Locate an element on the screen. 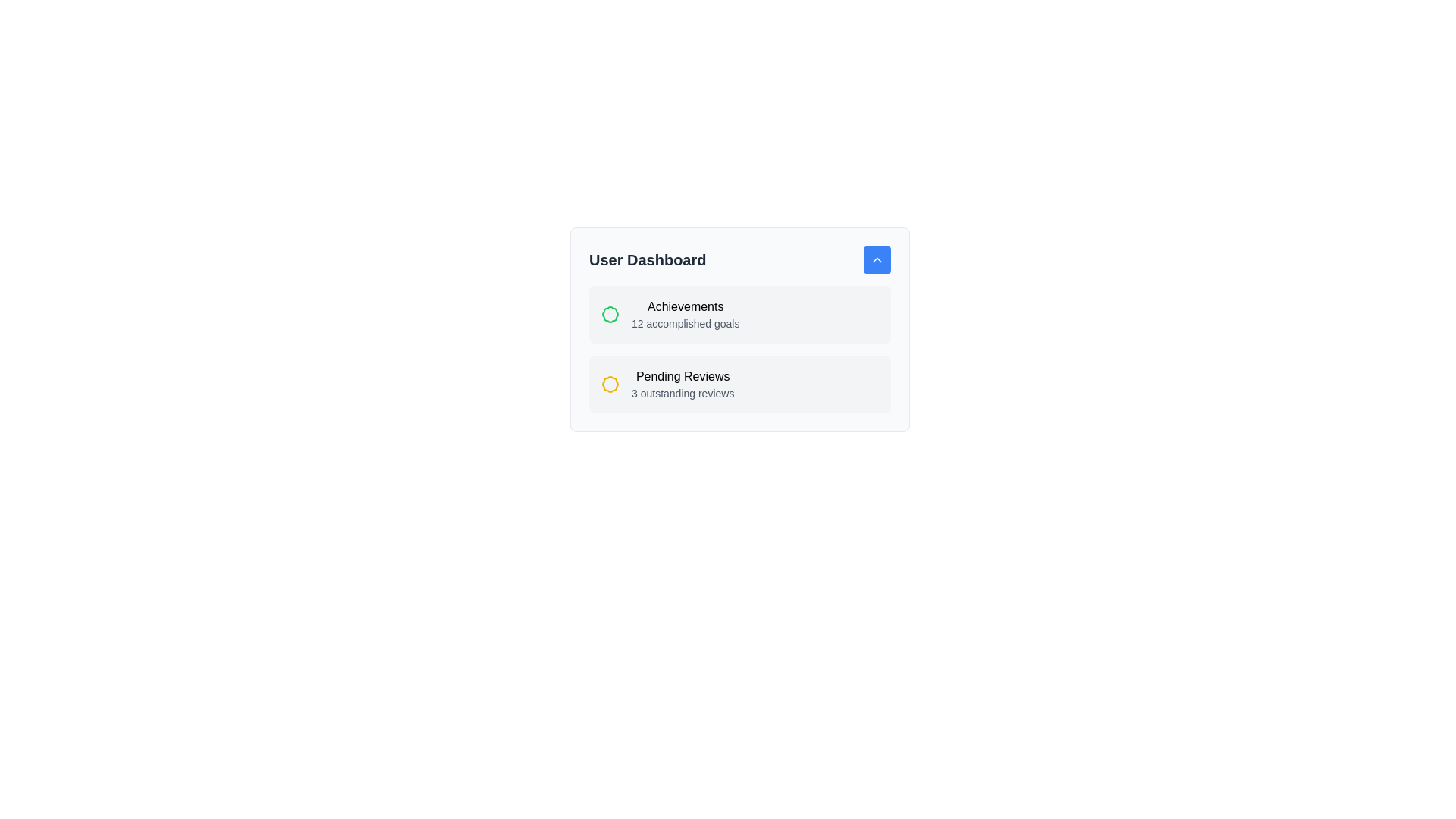 This screenshot has height=819, width=1456. the Informational panel located in the center of the User Dashboard, which displays progress-related reports such as achievements and pending reviews is located at coordinates (739, 329).